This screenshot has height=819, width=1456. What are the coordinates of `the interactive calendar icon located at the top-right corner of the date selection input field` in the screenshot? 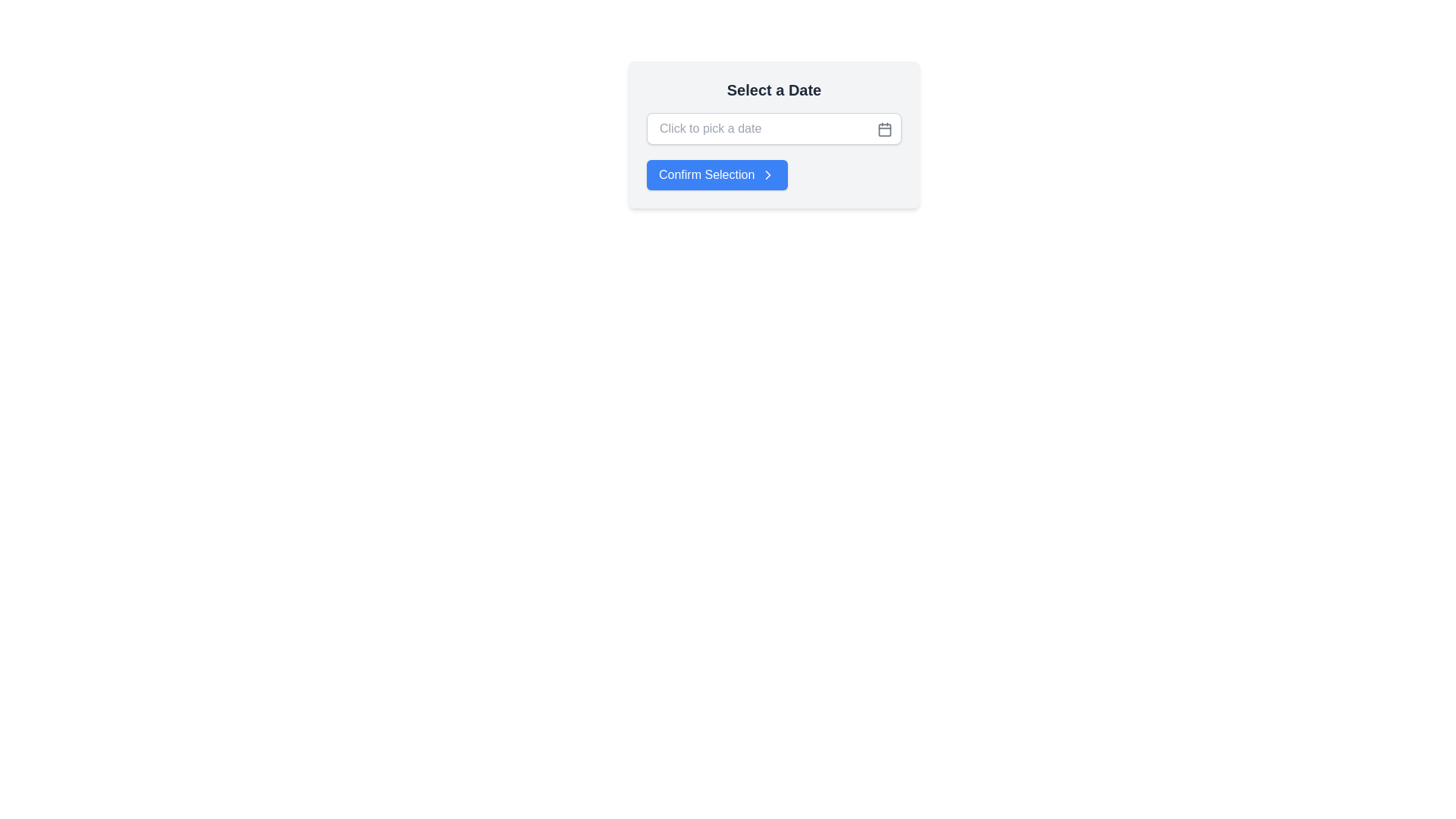 It's located at (884, 128).